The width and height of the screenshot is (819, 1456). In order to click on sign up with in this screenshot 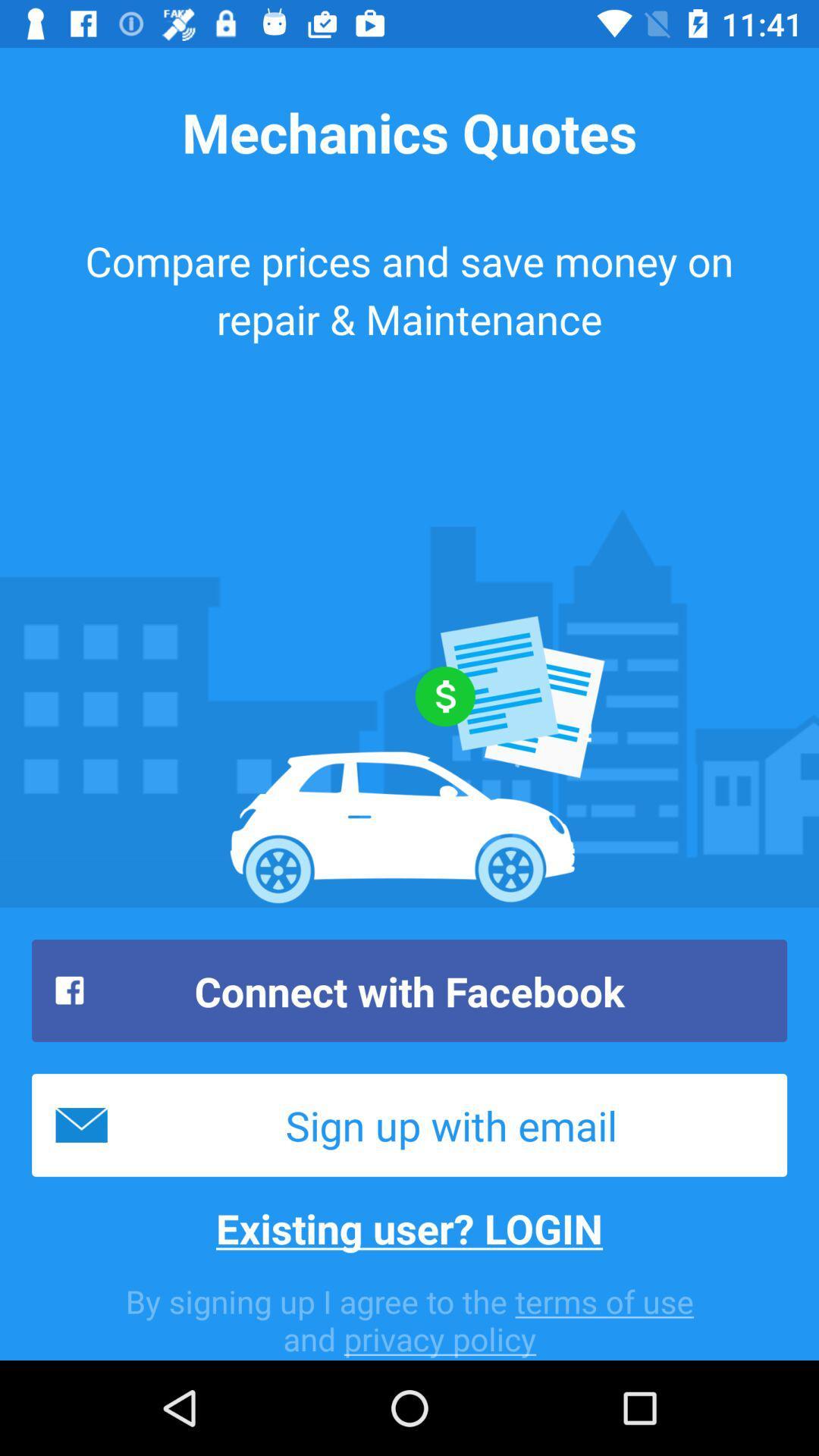, I will do `click(409, 1125)`.